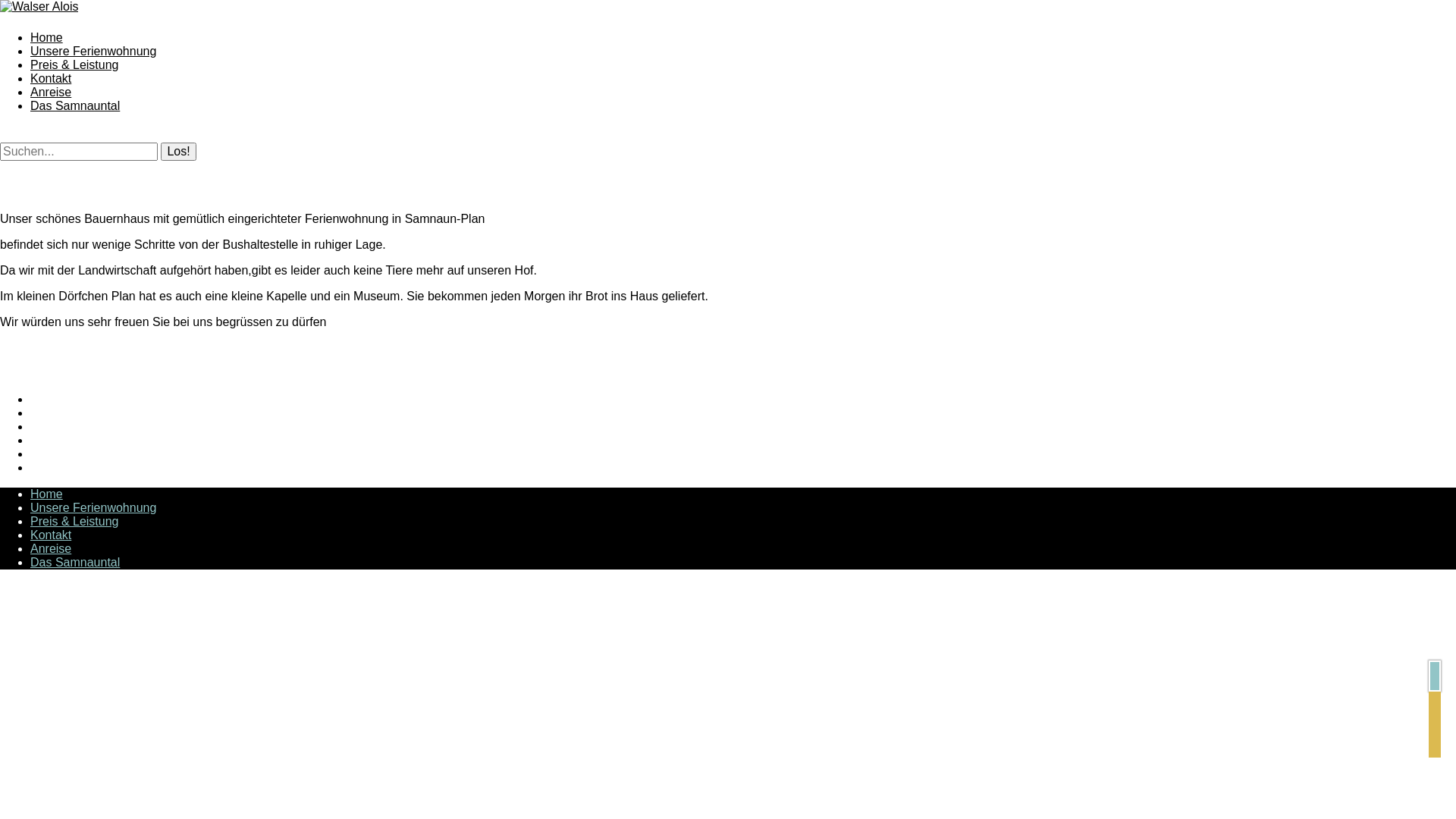 This screenshot has width=1456, height=819. Describe the element at coordinates (46, 36) in the screenshot. I see `'Home'` at that location.